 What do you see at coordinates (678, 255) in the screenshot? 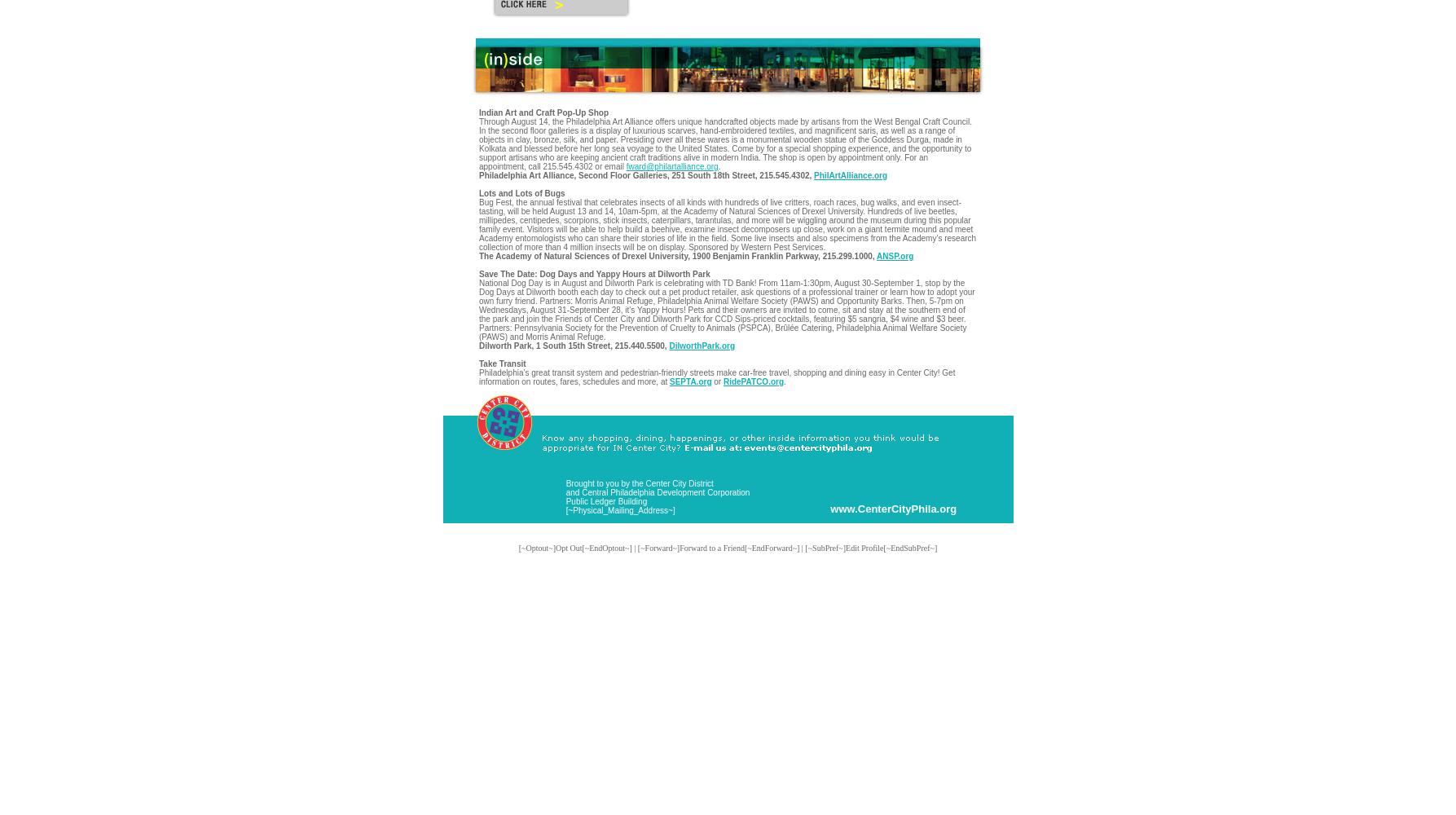
I see `'The Academy of Natural Sciences of Drexel University, 1900 Benjamin Franklin Parkway, 215.299.1000,'` at bounding box center [678, 255].